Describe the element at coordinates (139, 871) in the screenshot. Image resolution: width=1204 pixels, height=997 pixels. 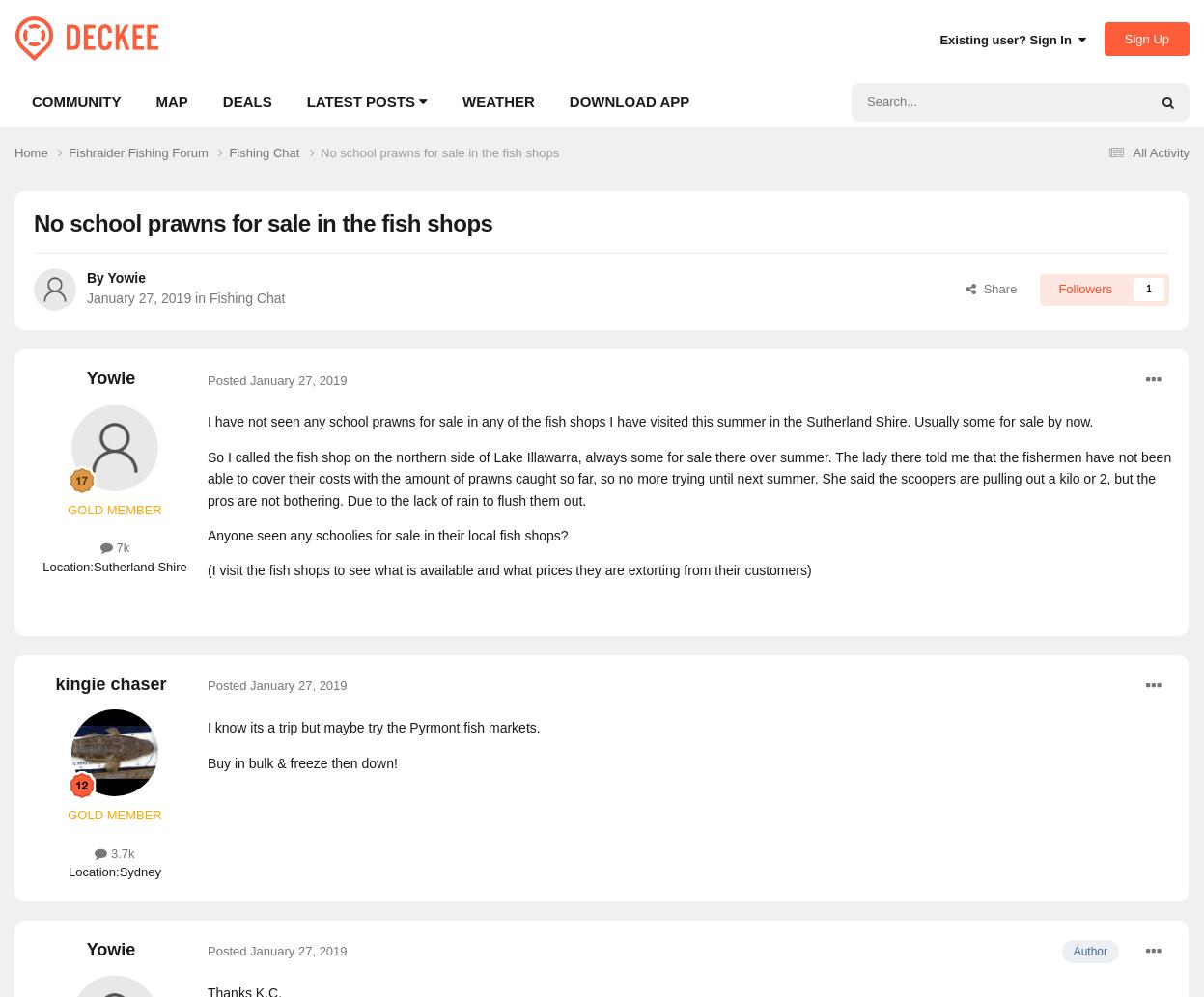
I see `'Sydney'` at that location.